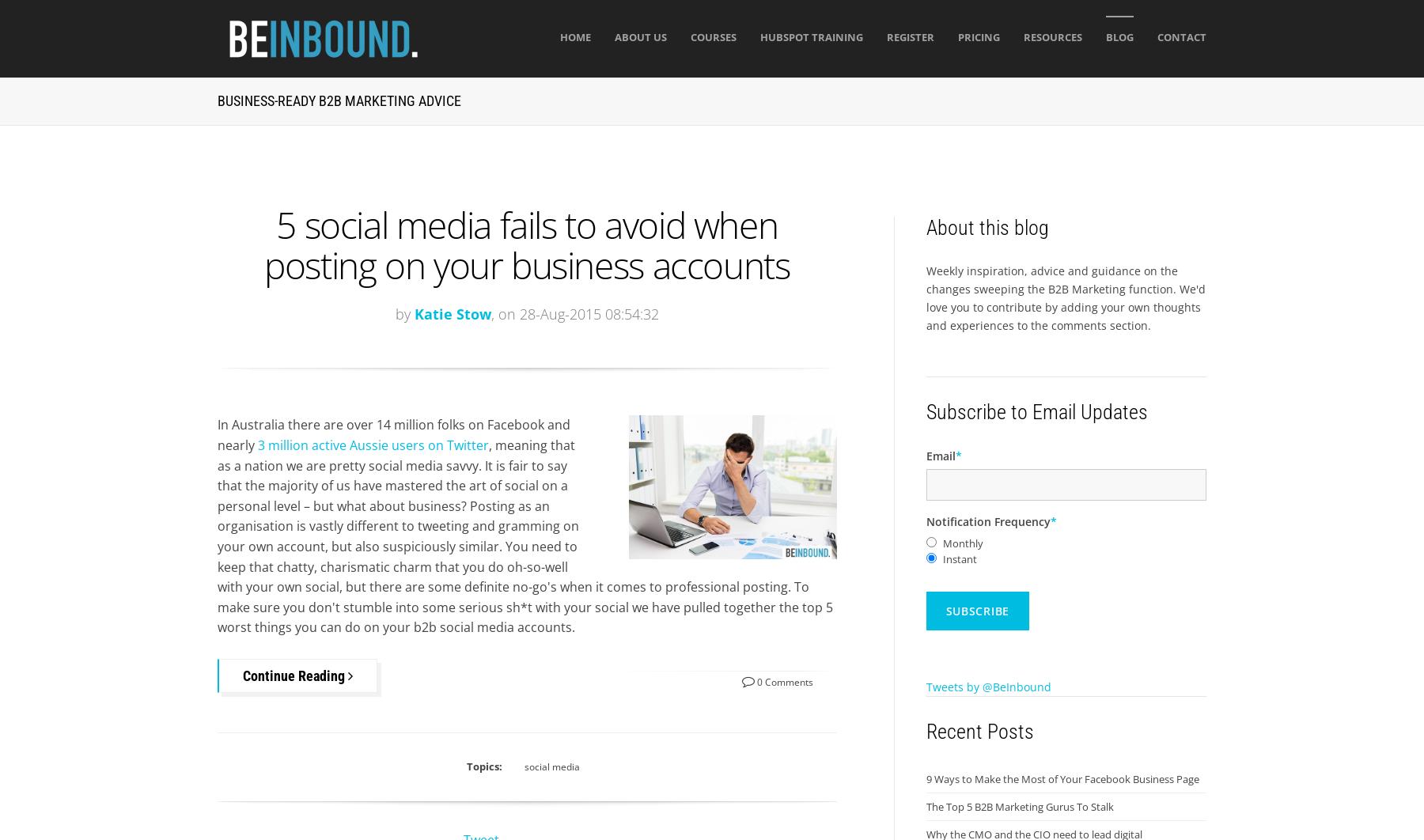 Image resolution: width=1424 pixels, height=840 pixels. What do you see at coordinates (987, 227) in the screenshot?
I see `'About this blog'` at bounding box center [987, 227].